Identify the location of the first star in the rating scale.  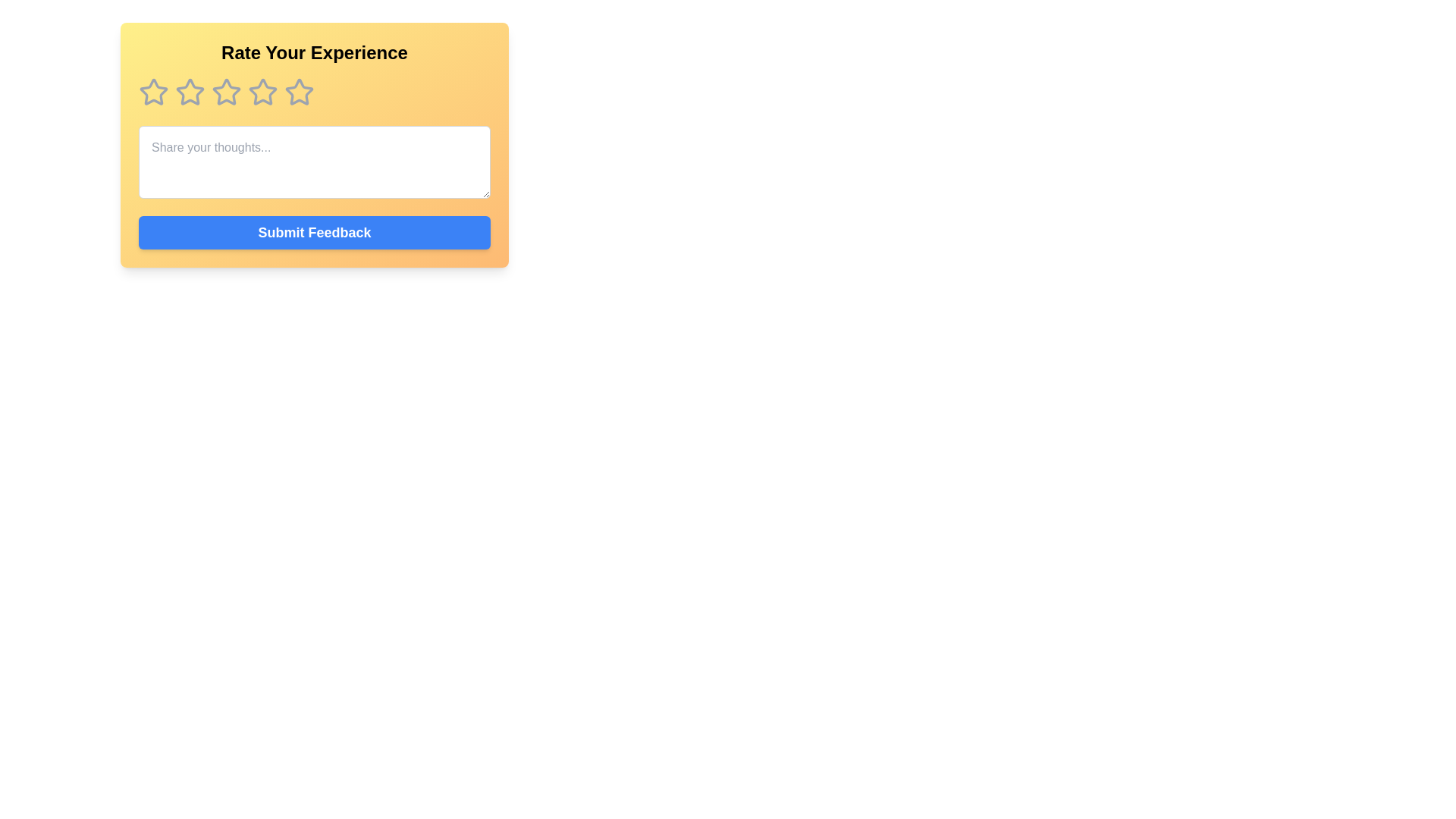
(189, 92).